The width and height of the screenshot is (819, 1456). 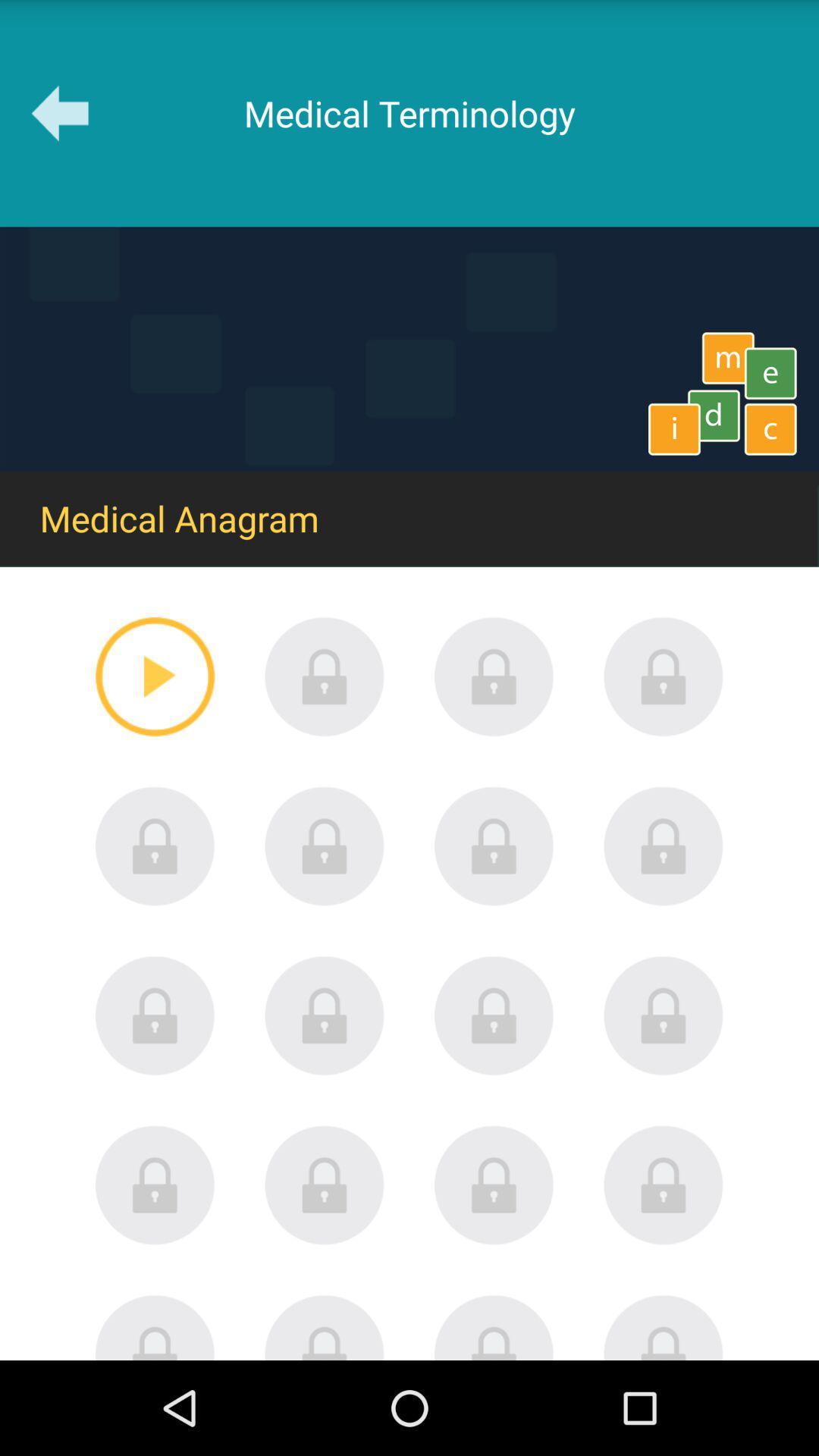 I want to click on the lock icon, so click(x=155, y=1086).